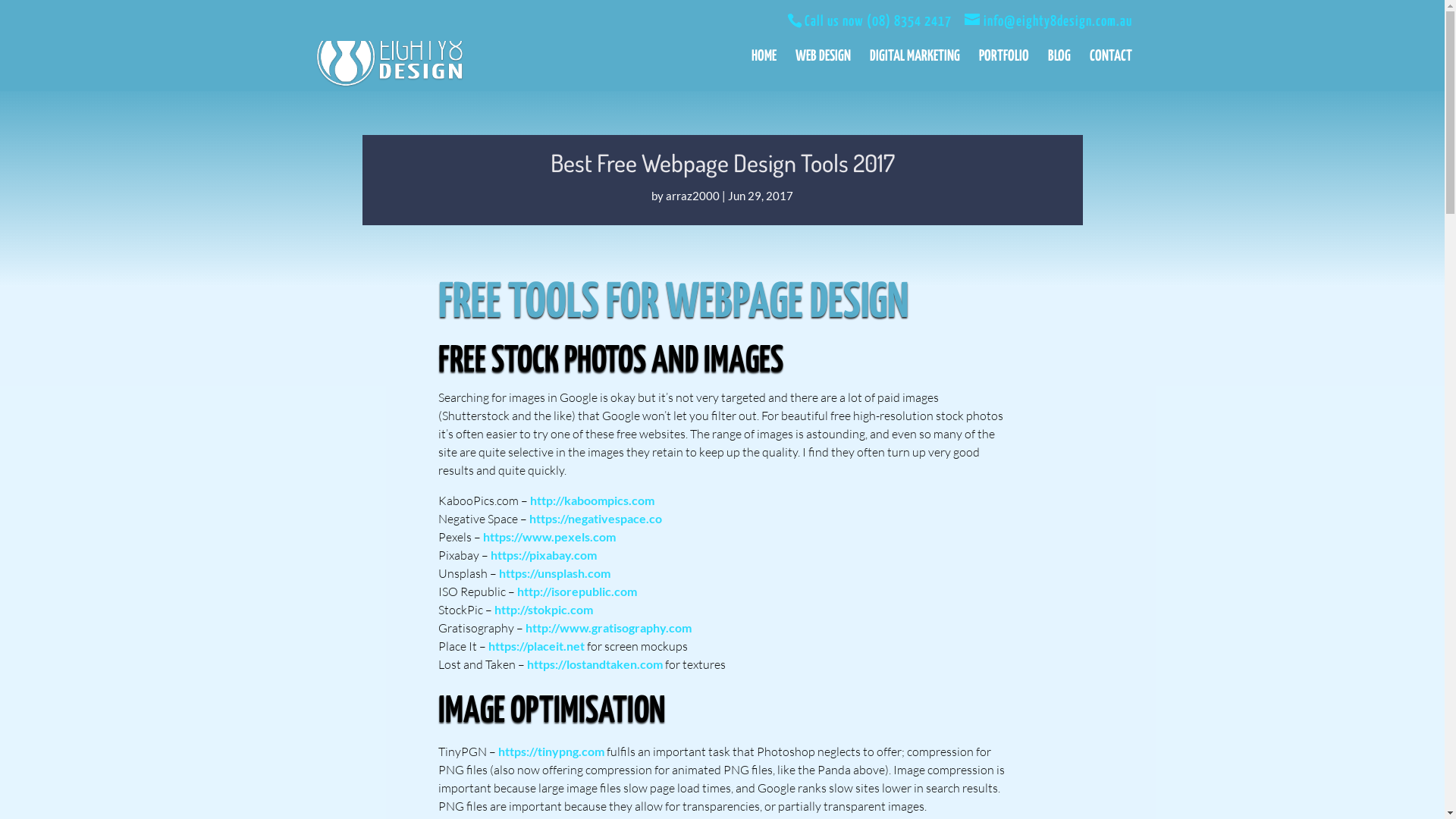  What do you see at coordinates (543, 608) in the screenshot?
I see `'http://stokpic.com'` at bounding box center [543, 608].